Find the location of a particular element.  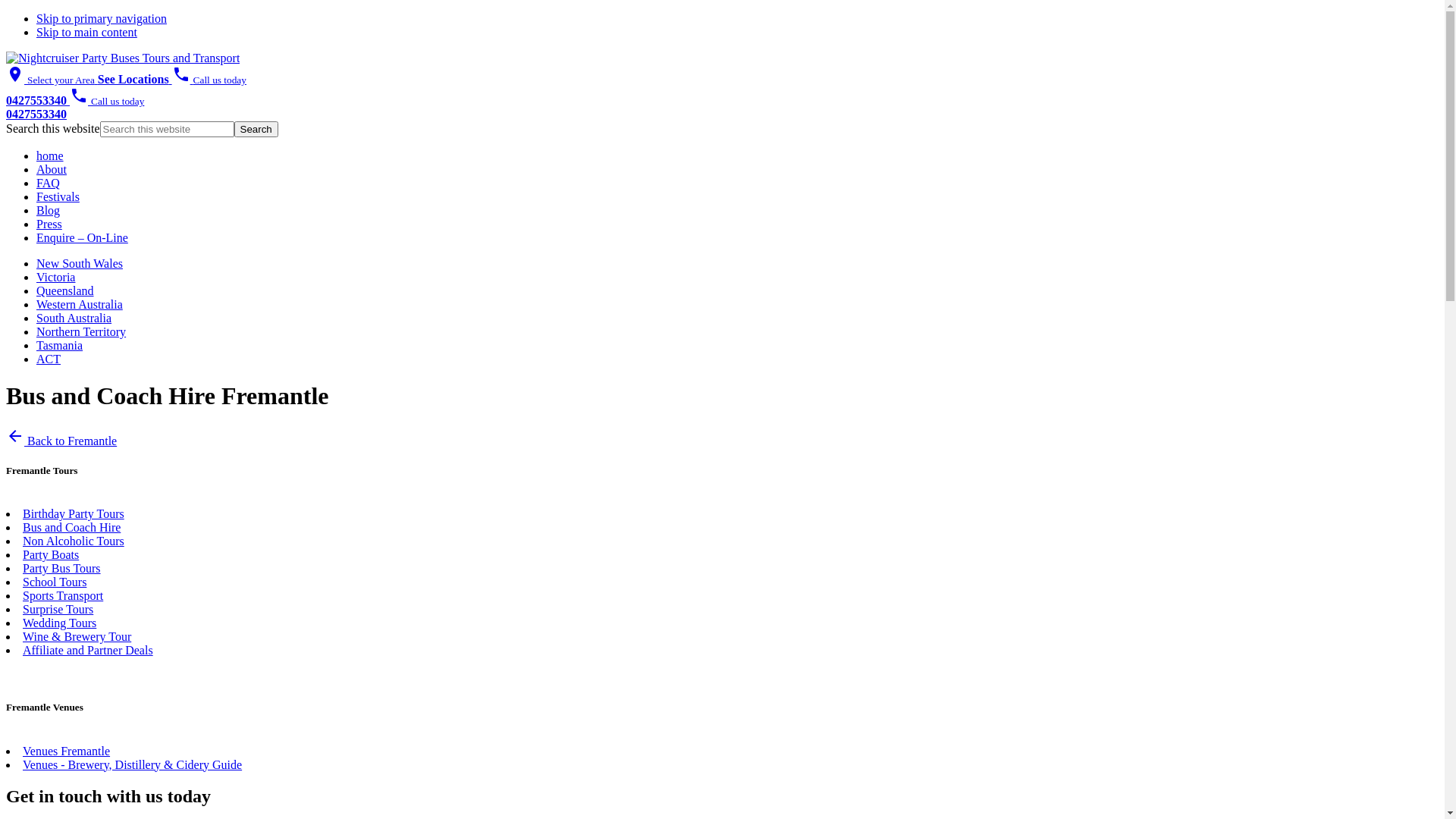

'FAQ' is located at coordinates (48, 182).